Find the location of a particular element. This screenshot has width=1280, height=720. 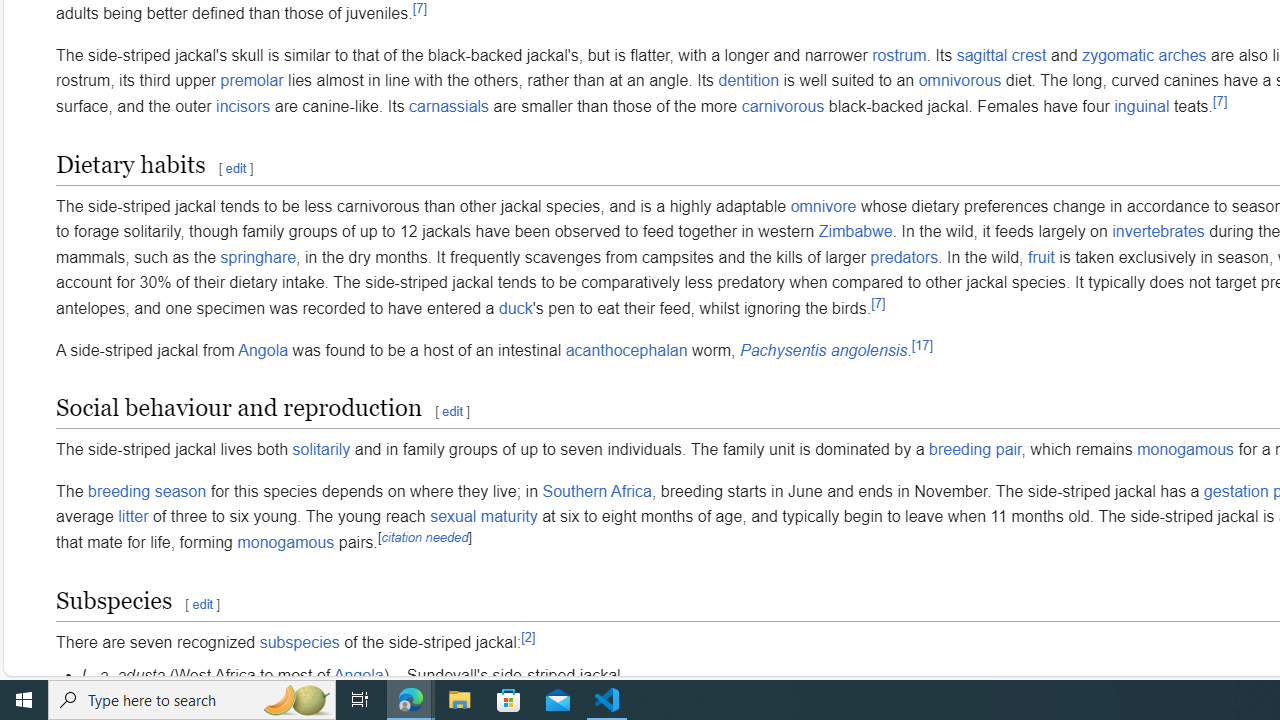

'acanthocephalan' is located at coordinates (625, 349).